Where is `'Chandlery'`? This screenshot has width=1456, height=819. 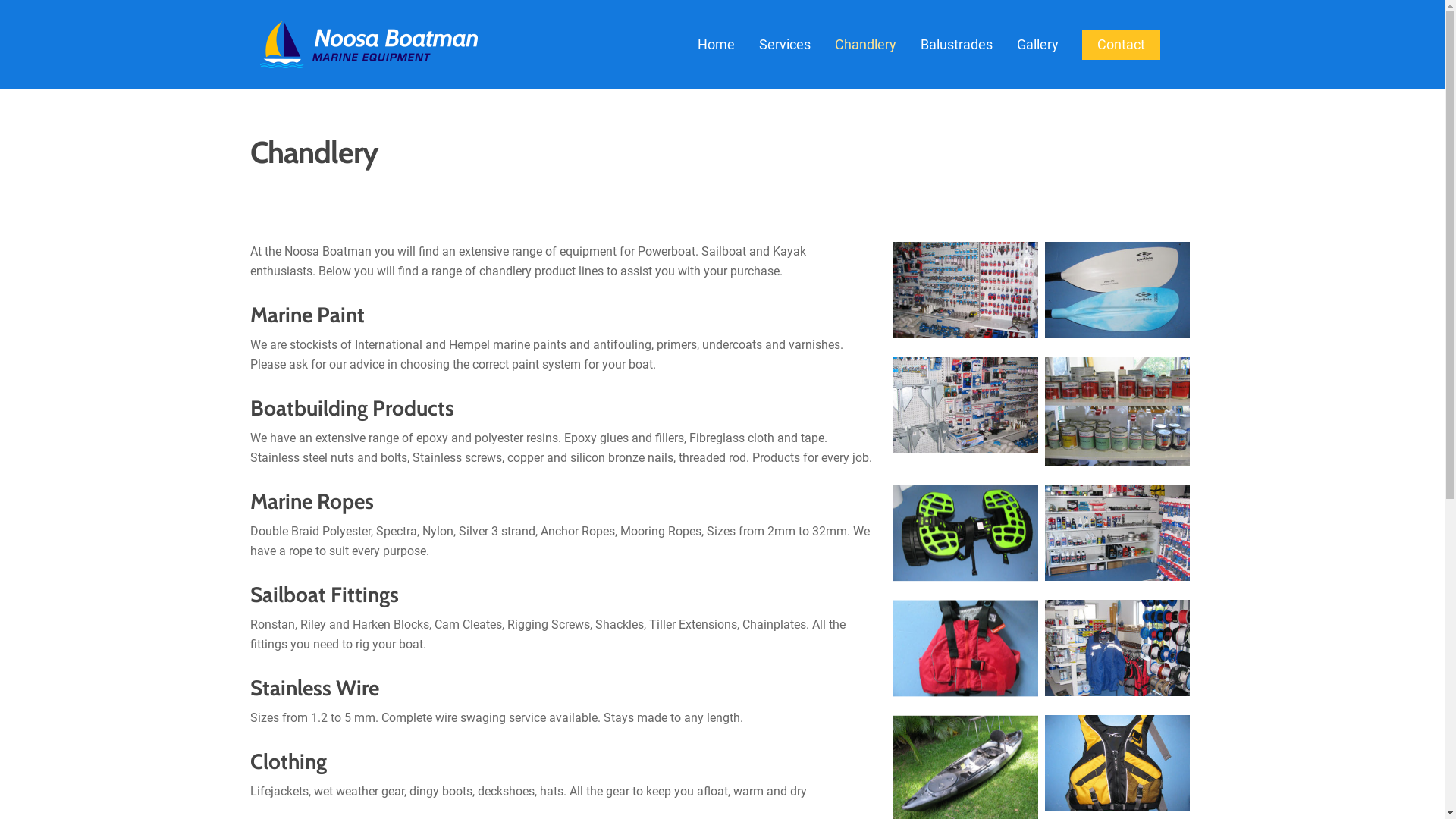 'Chandlery' is located at coordinates (865, 43).